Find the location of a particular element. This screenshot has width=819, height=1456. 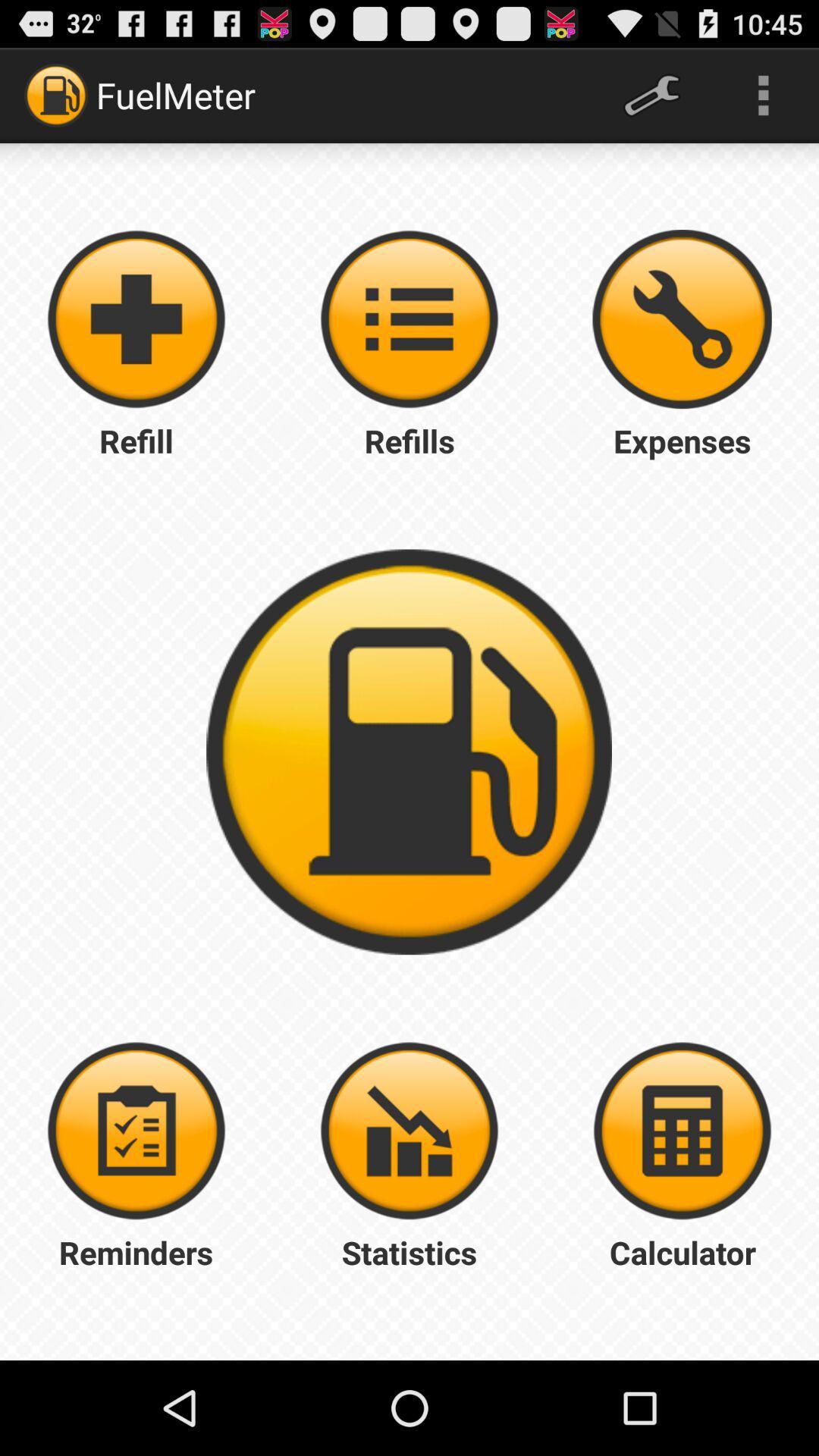

app above the statistics icon is located at coordinates (681, 1131).